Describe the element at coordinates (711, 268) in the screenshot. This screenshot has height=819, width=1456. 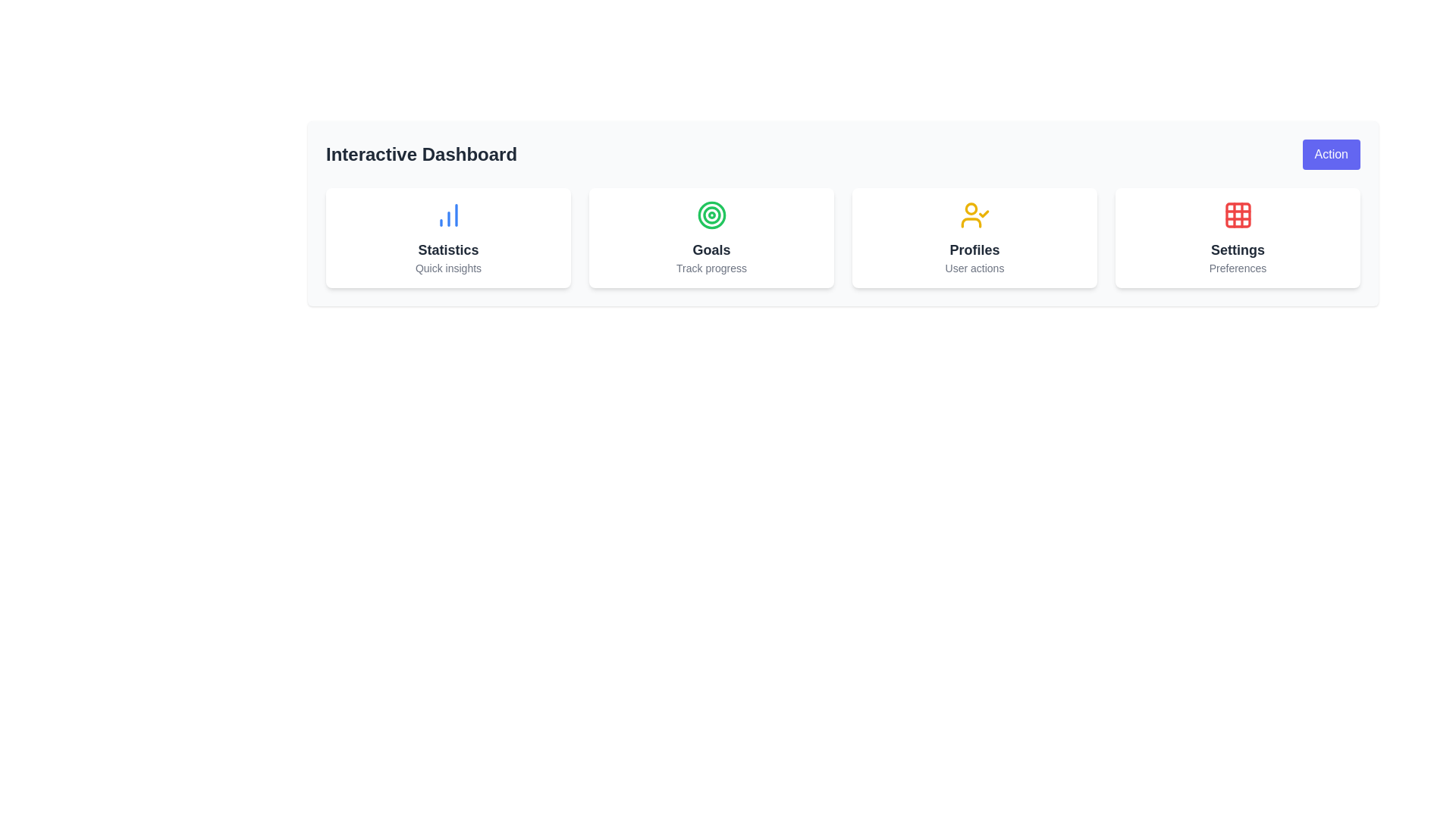
I see `the text label displaying 'Track progress', which is located below the 'Goals' label in the second card layout` at that location.